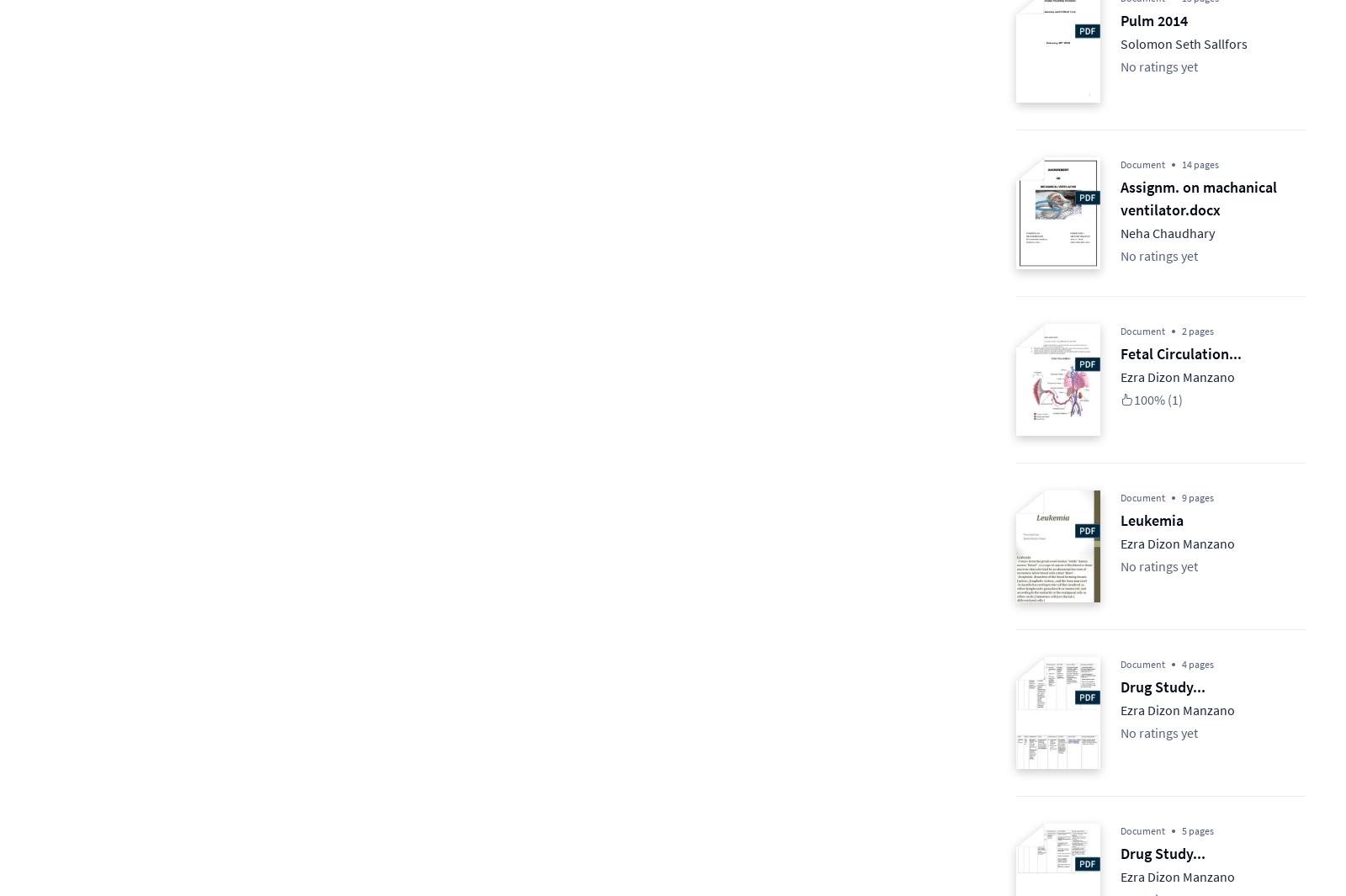  I want to click on 'Neha Chaudhary', so click(1167, 232).